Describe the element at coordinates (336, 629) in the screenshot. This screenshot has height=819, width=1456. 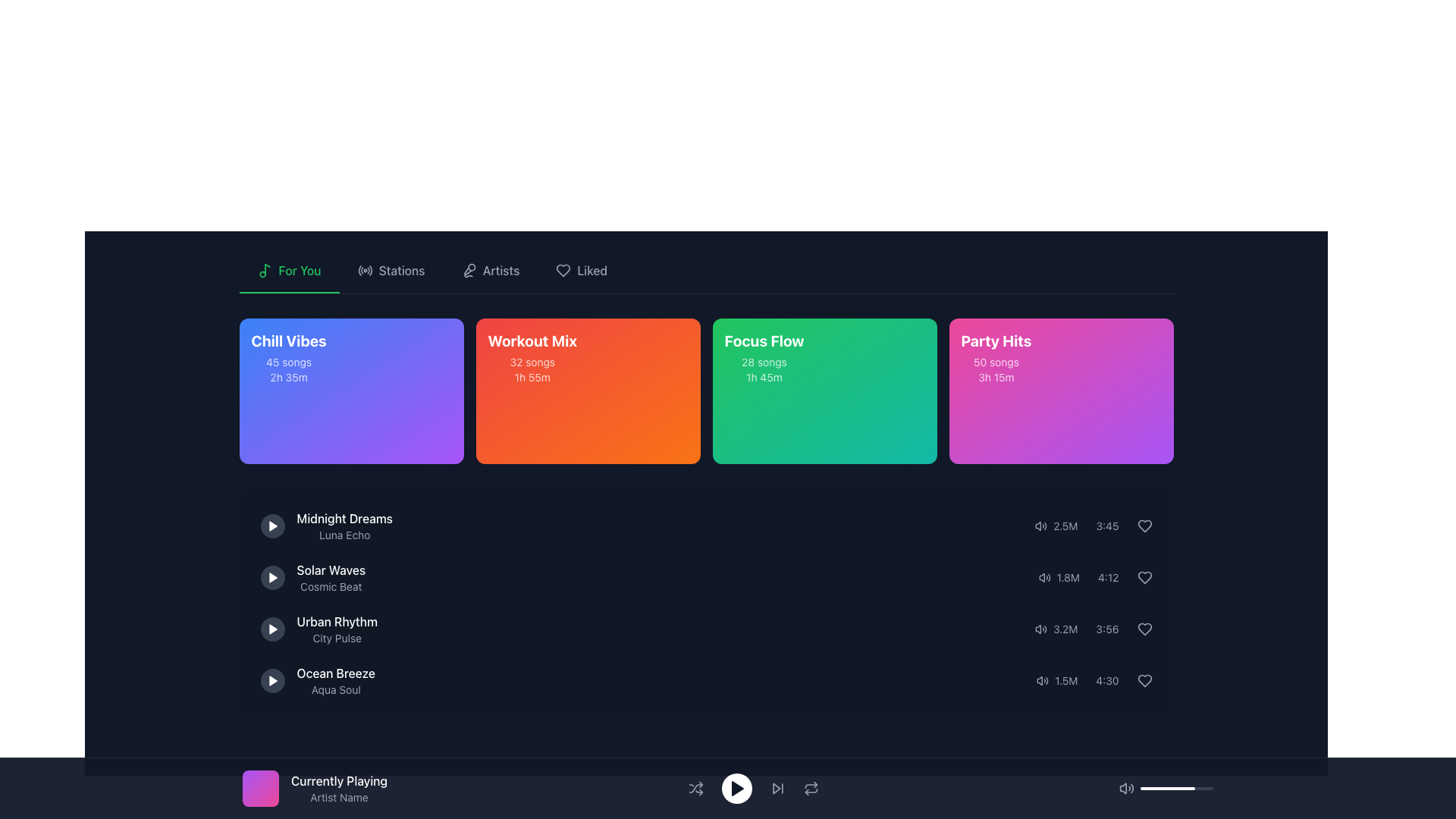
I see `the text display element that shows 'Urban Rhythm' in bold white font and 'City Pulse' in smaller gray font, which is the third item in the vertical list of song titles` at that location.